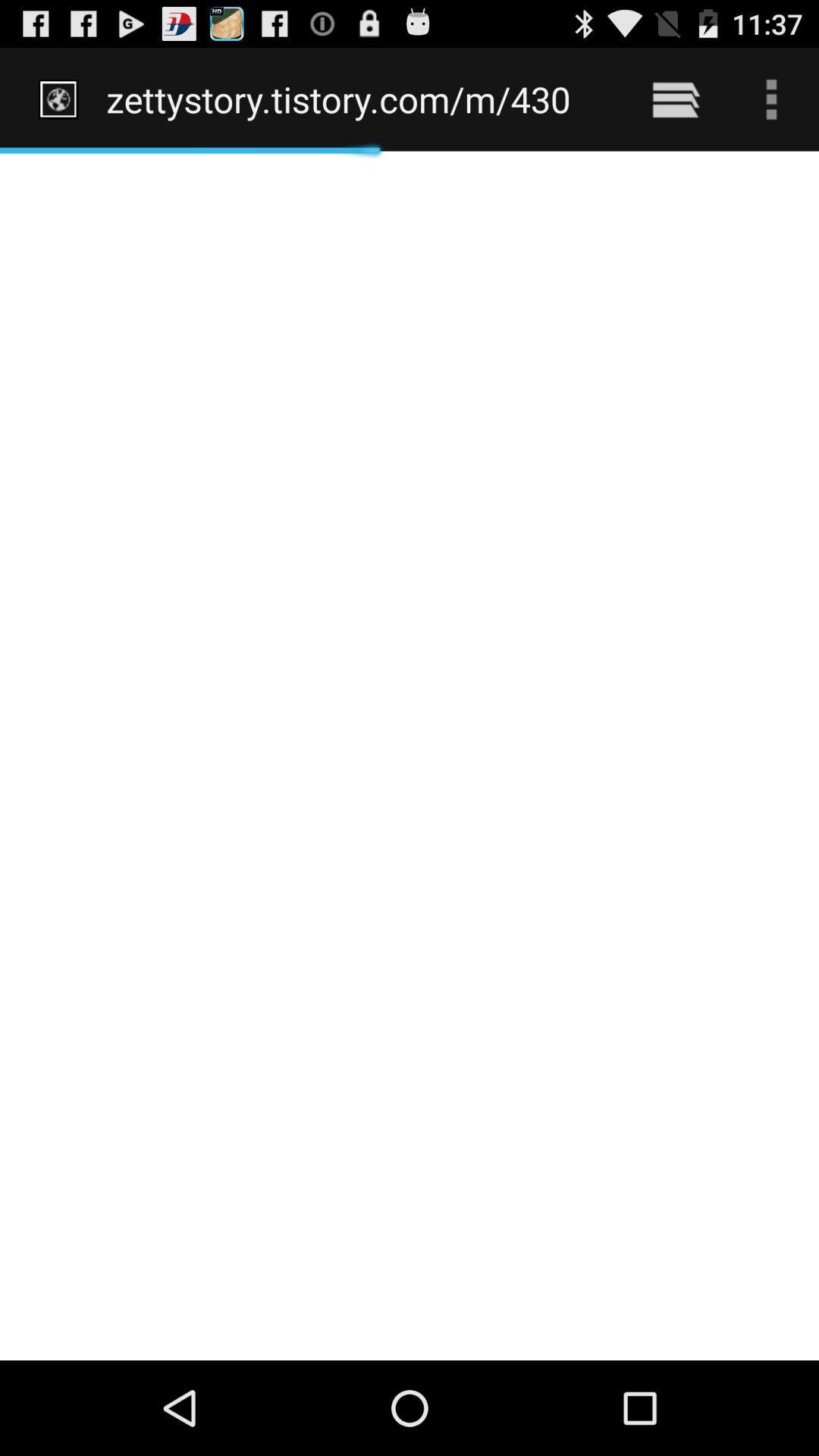 This screenshot has height=1456, width=819. What do you see at coordinates (675, 99) in the screenshot?
I see `item to the right of the zettystory tistory com` at bounding box center [675, 99].